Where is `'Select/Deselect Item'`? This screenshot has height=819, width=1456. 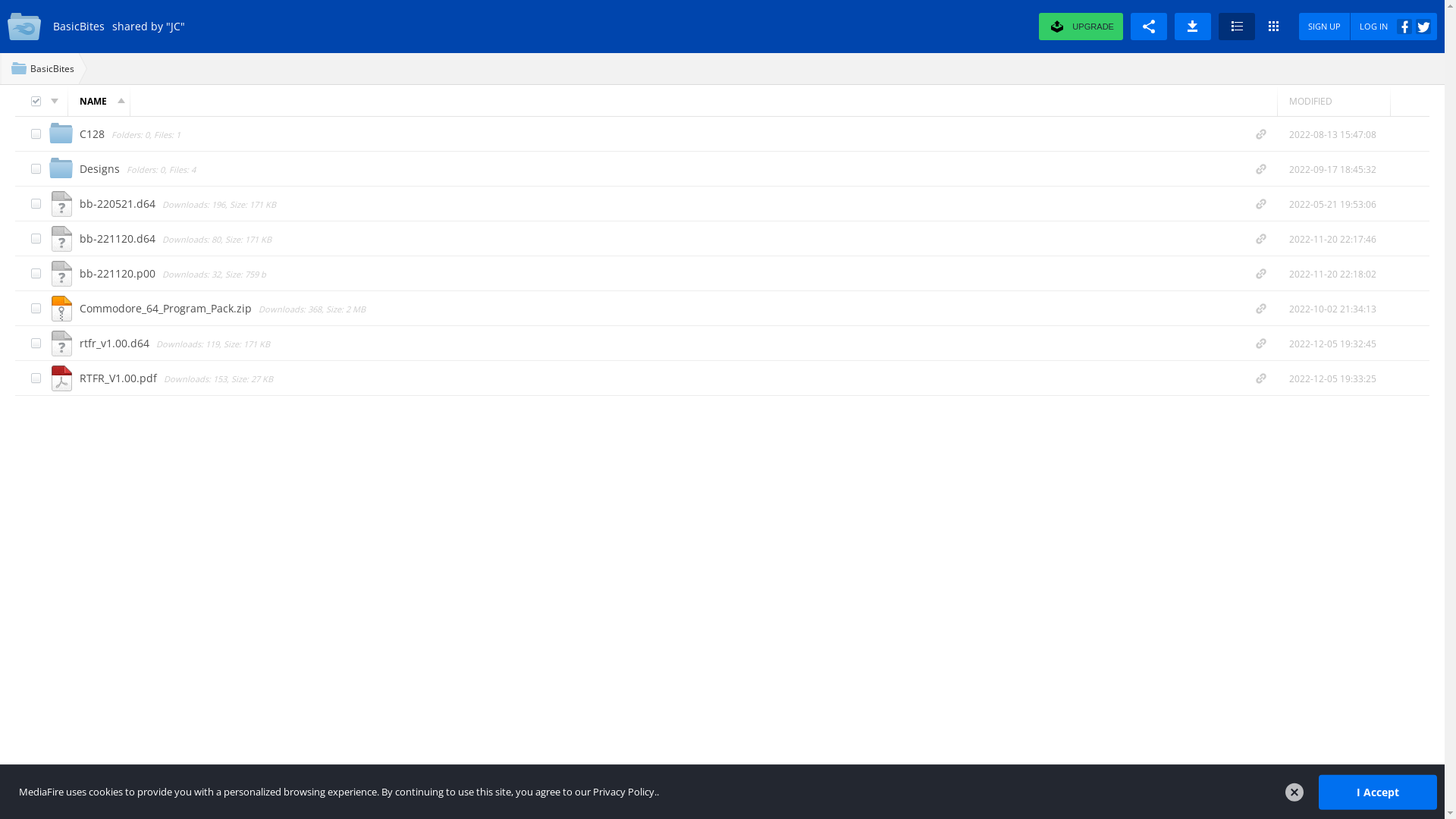 'Select/Deselect Item' is located at coordinates (36, 343).